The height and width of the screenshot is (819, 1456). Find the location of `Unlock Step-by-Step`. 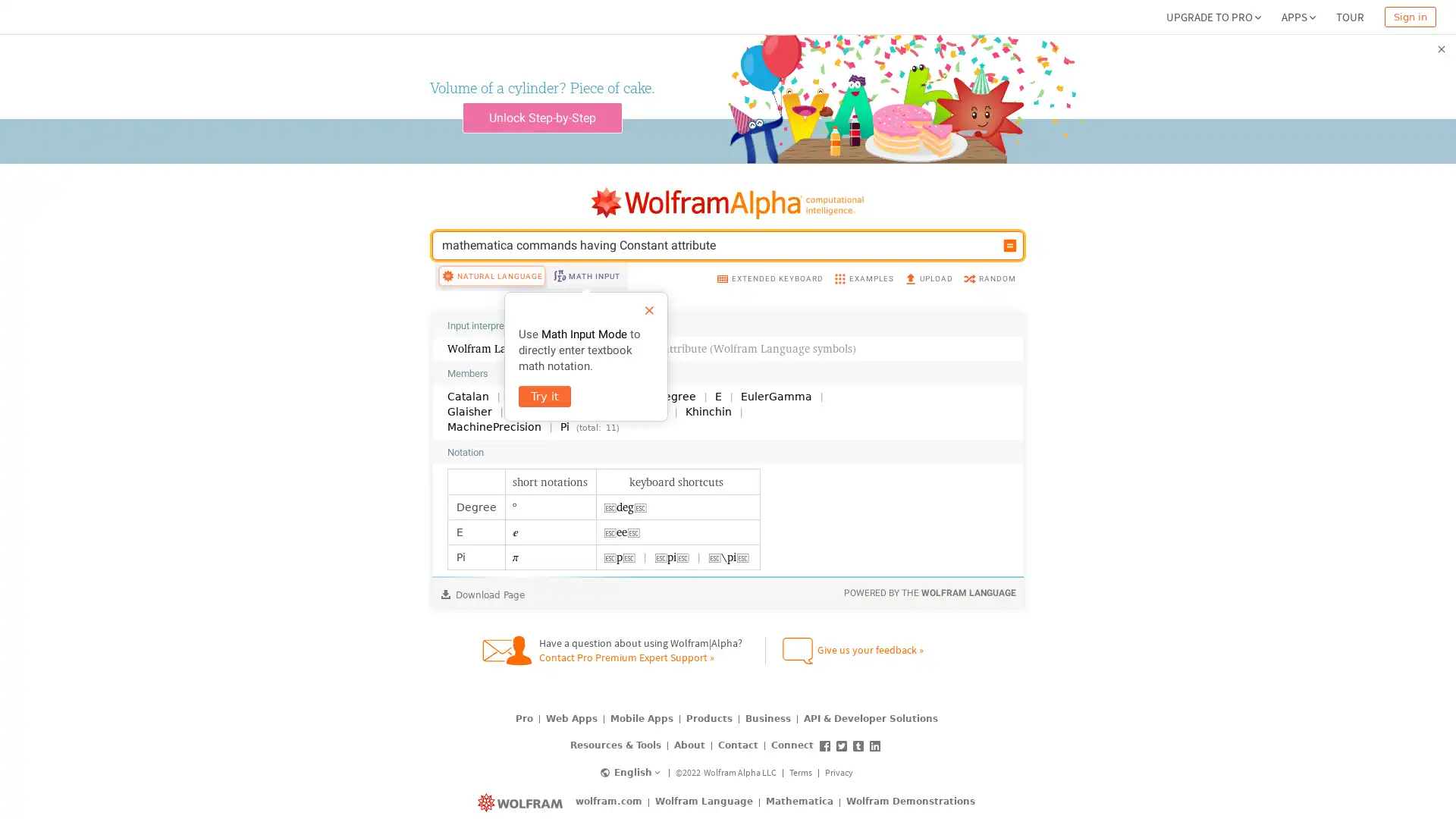

Unlock Step-by-Step is located at coordinates (541, 117).